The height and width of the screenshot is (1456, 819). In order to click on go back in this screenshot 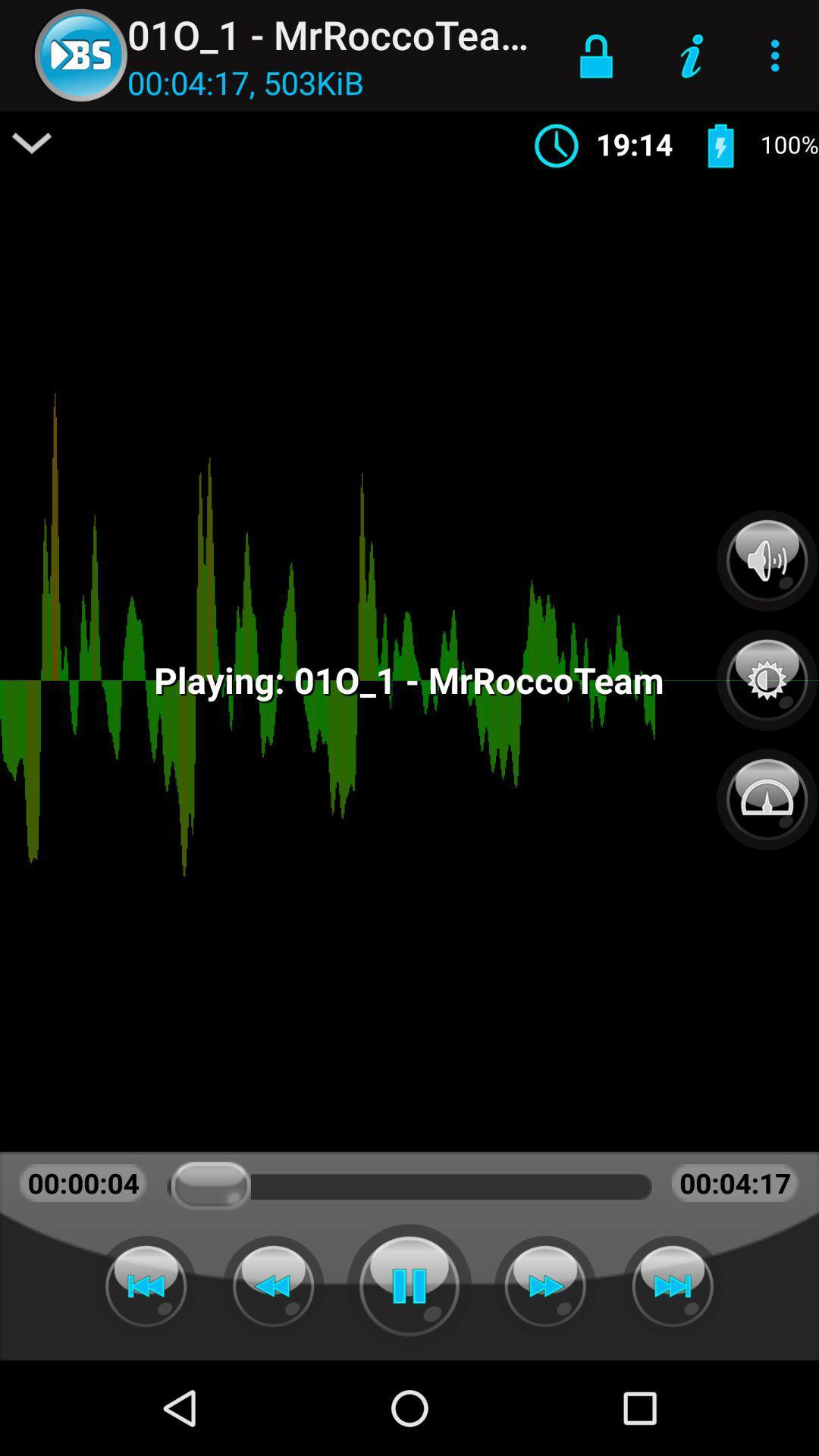, I will do `click(146, 1285)`.